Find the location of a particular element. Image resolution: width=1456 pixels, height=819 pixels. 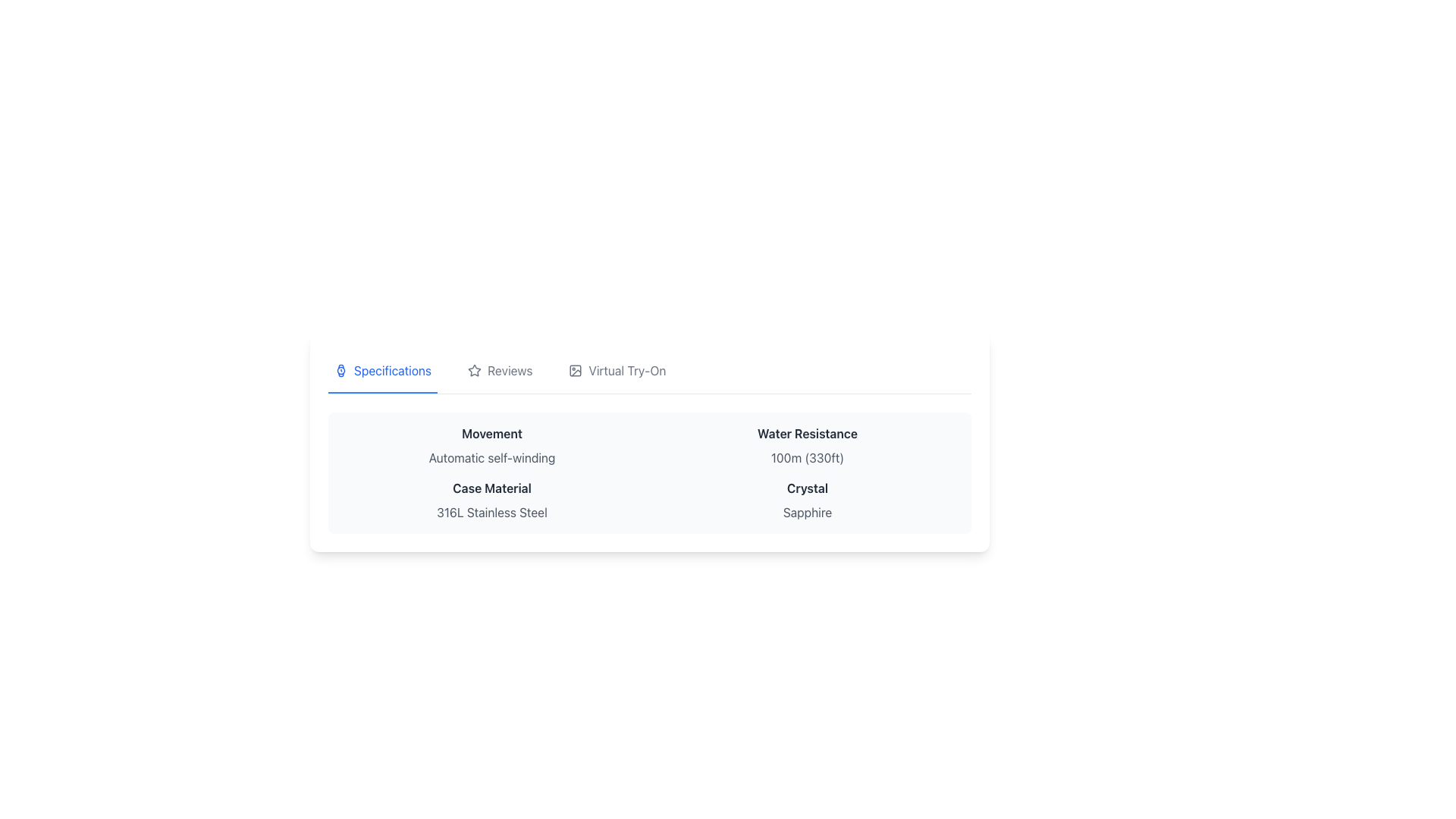

informational text block displaying 'Case Material' and '316L Stainless Steel' located in the left column, third row of the layout is located at coordinates (491, 500).